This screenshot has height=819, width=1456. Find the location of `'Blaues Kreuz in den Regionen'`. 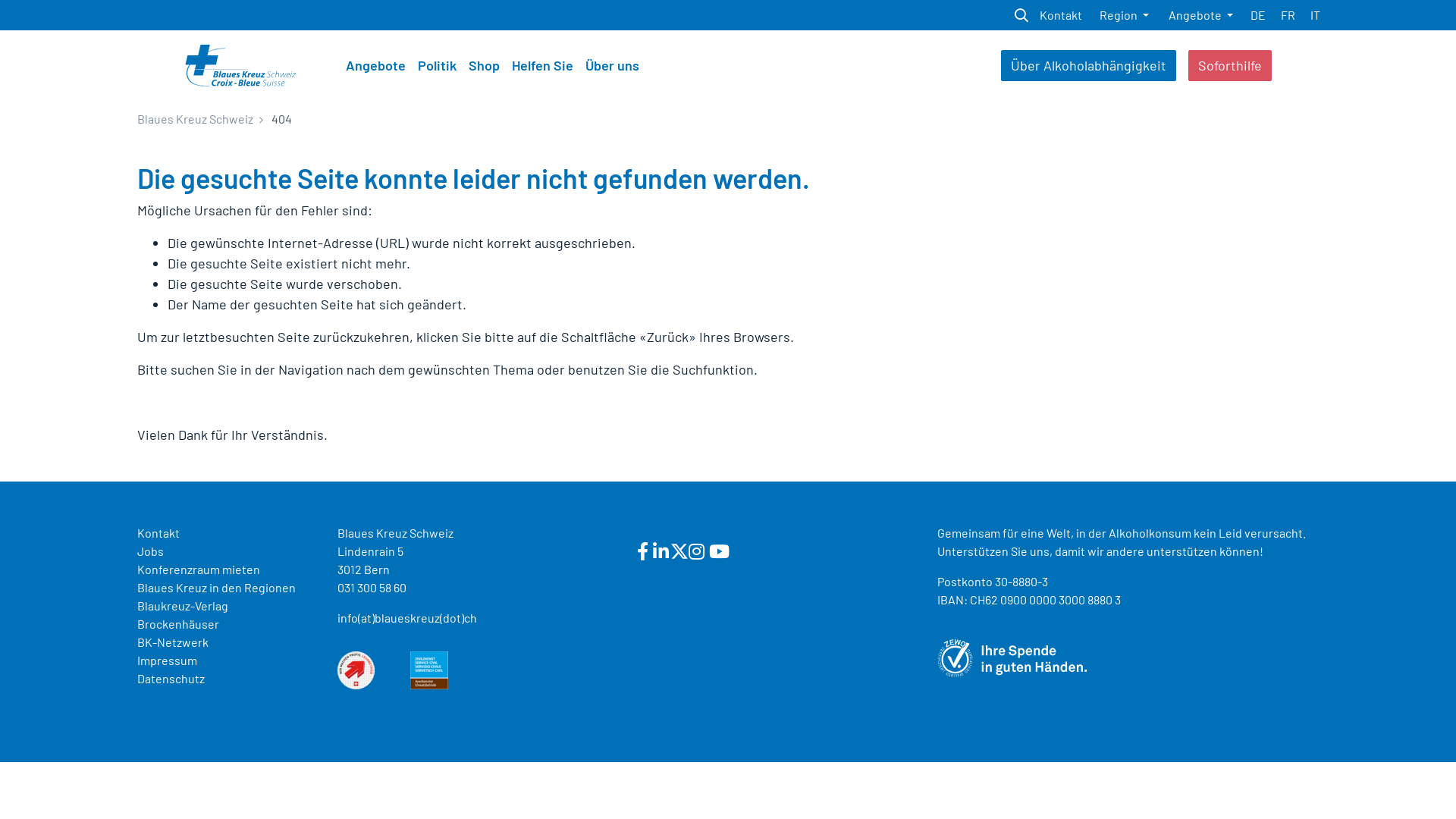

'Blaues Kreuz in den Regionen' is located at coordinates (215, 586).